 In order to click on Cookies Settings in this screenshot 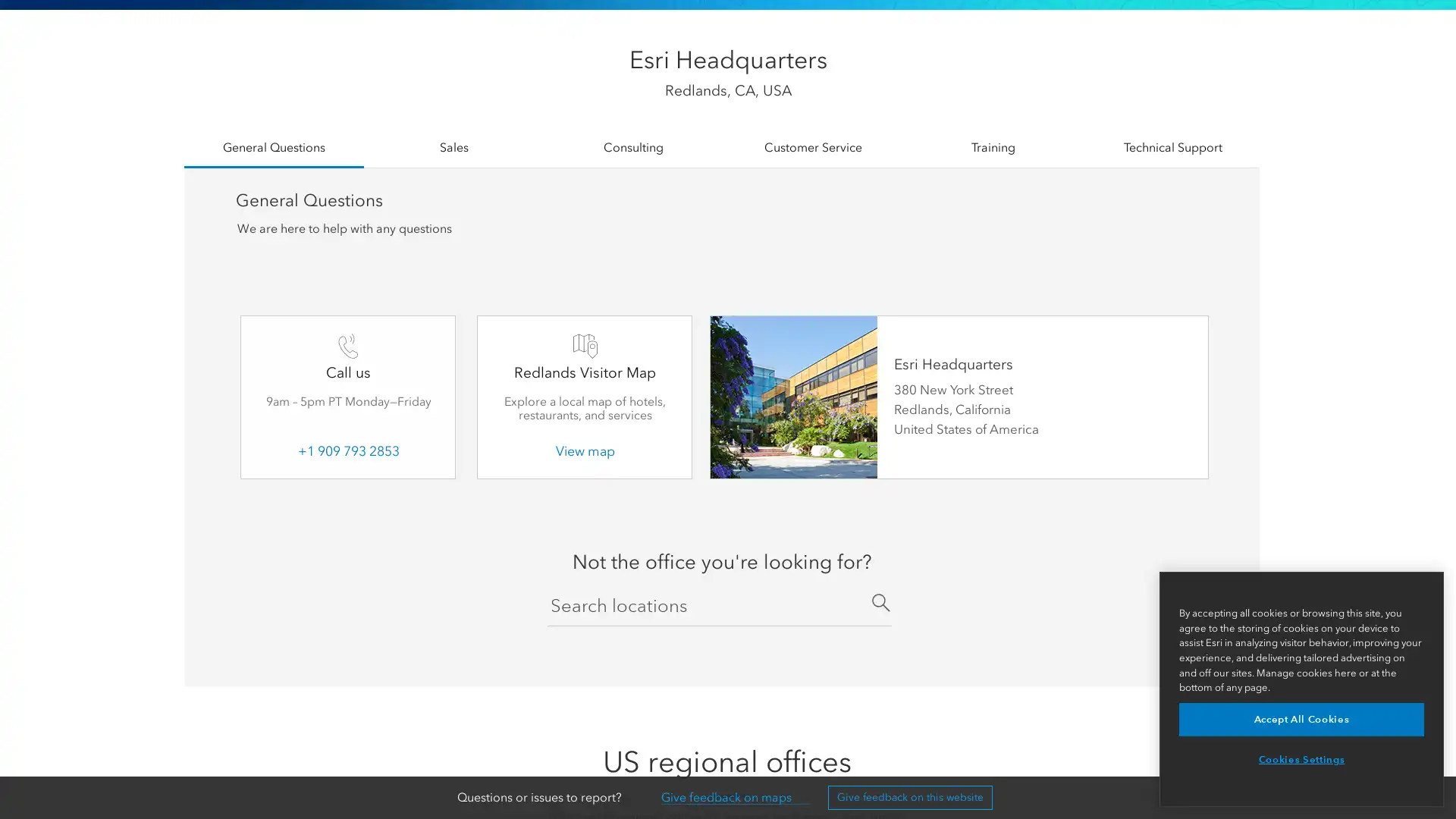, I will do `click(1301, 760)`.